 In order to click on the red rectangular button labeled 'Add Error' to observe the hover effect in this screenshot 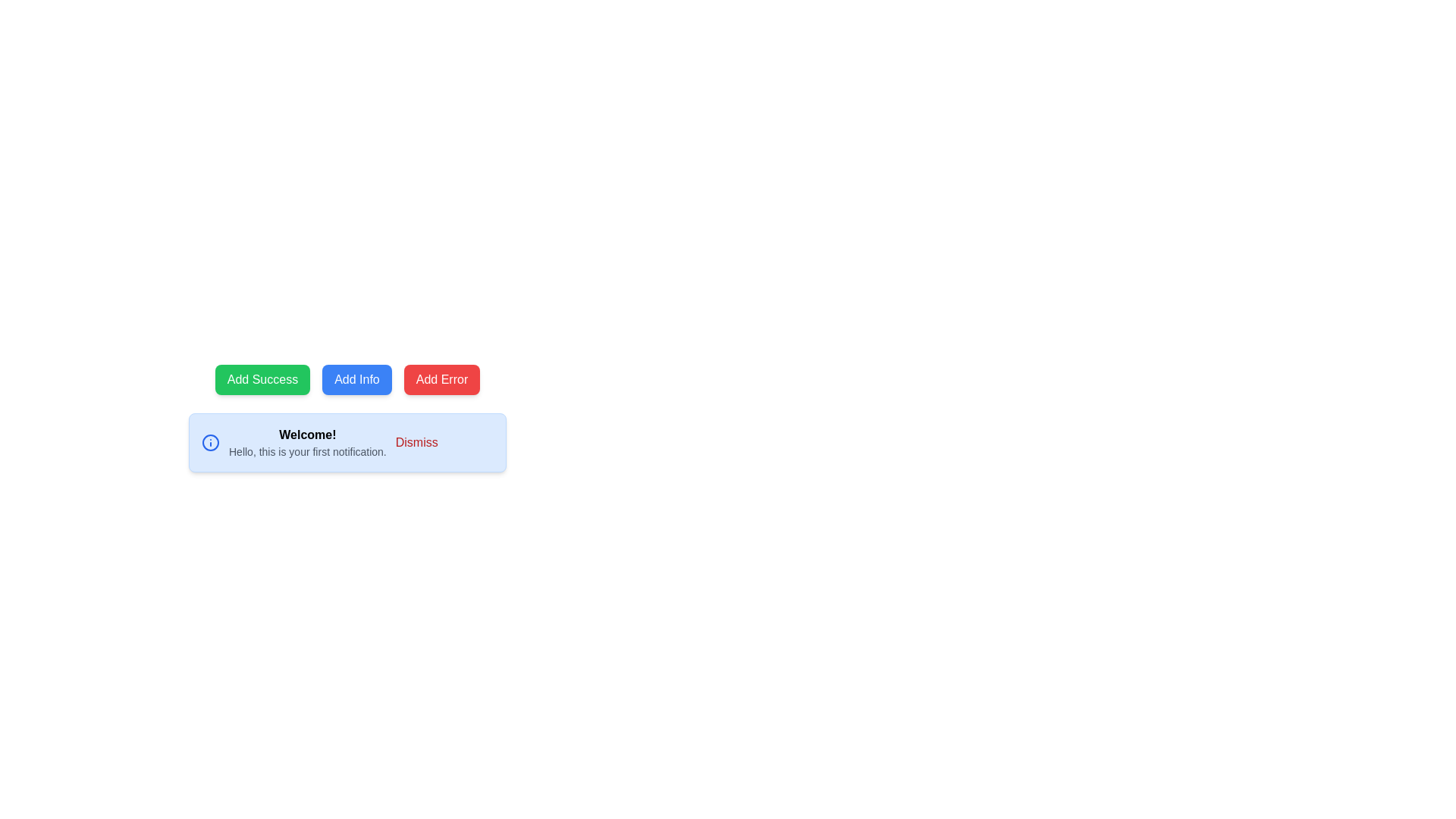, I will do `click(441, 379)`.